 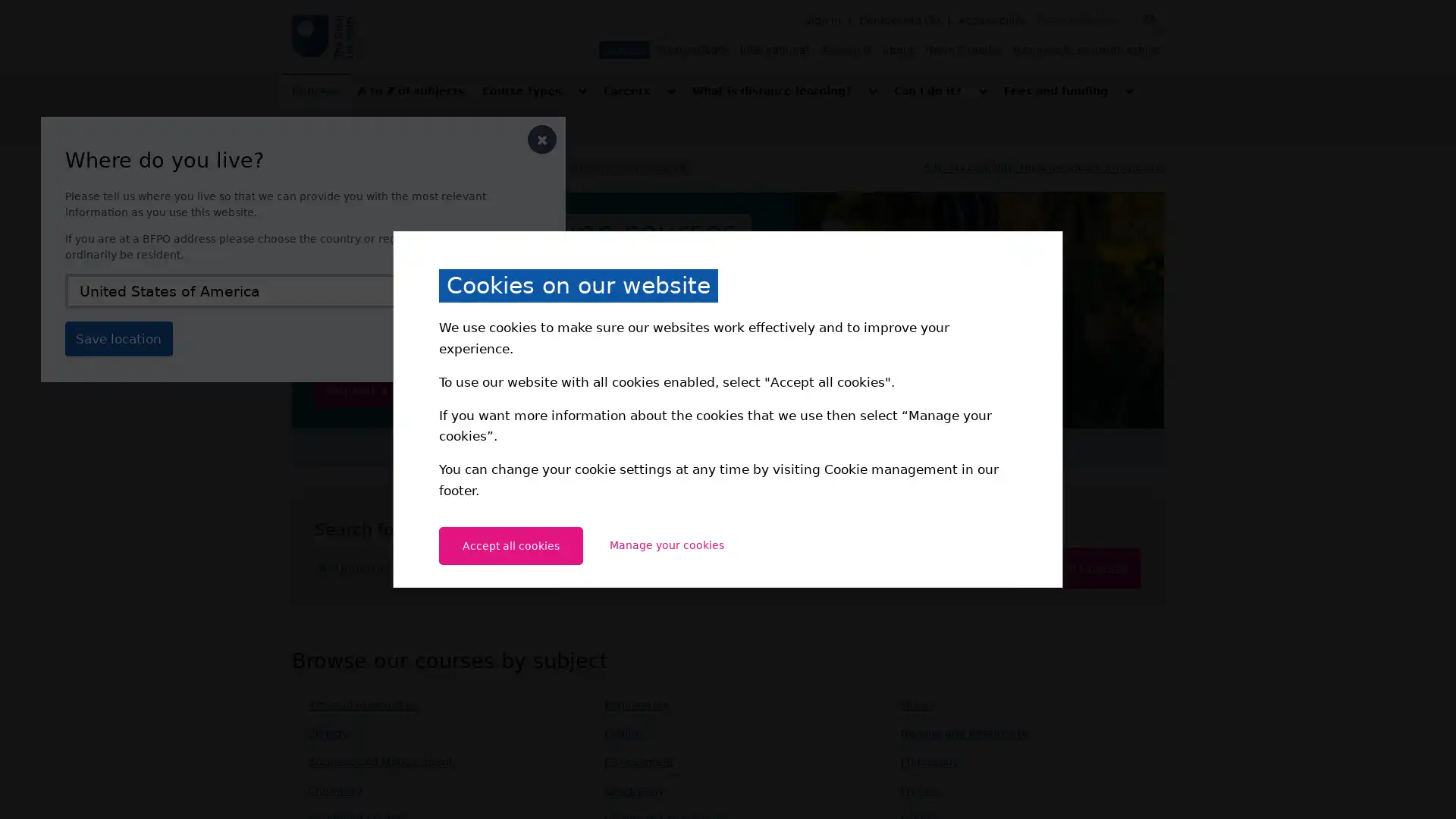 What do you see at coordinates (118, 337) in the screenshot?
I see `Save location` at bounding box center [118, 337].